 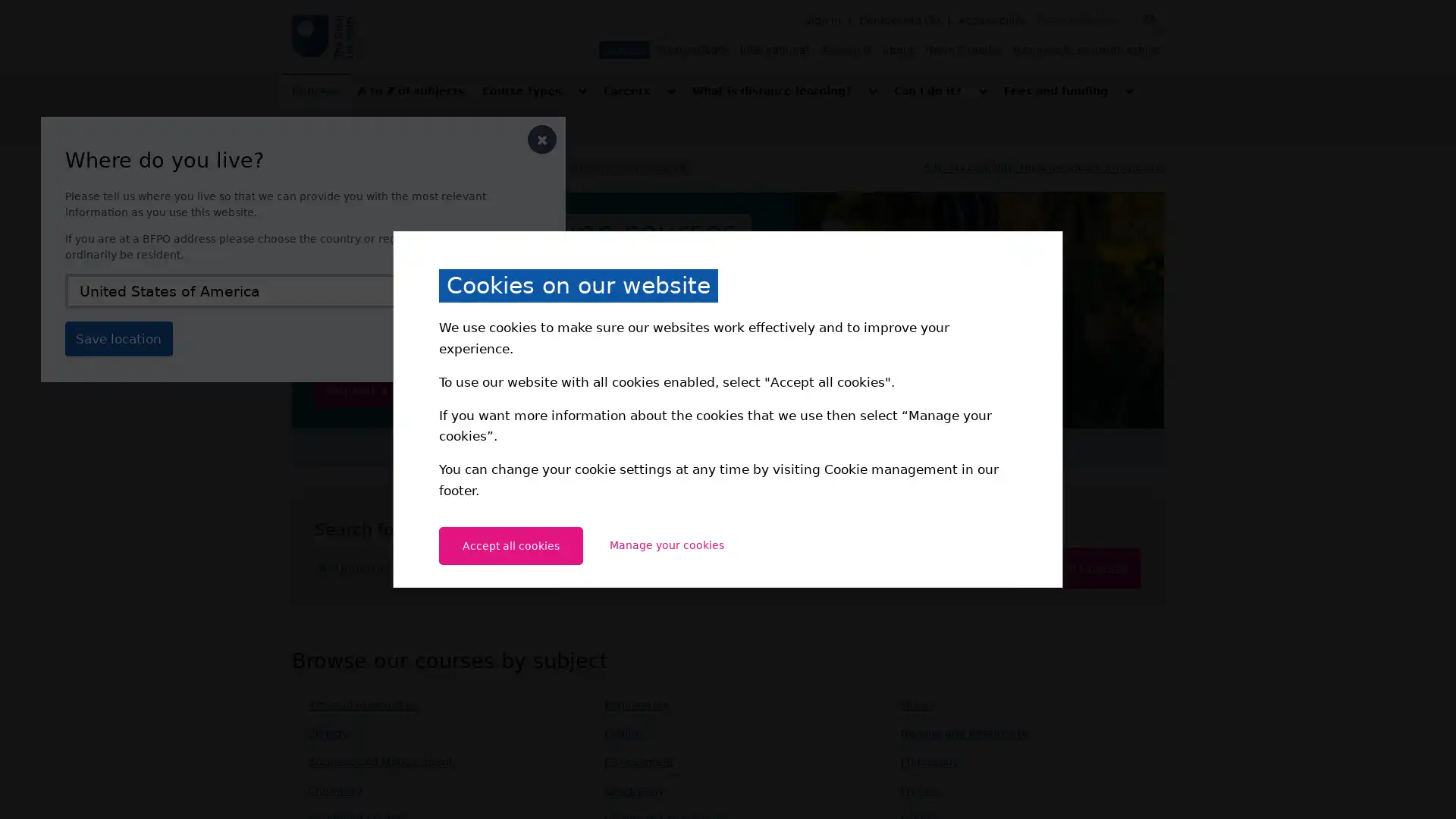 What do you see at coordinates (118, 337) in the screenshot?
I see `Save location` at bounding box center [118, 337].